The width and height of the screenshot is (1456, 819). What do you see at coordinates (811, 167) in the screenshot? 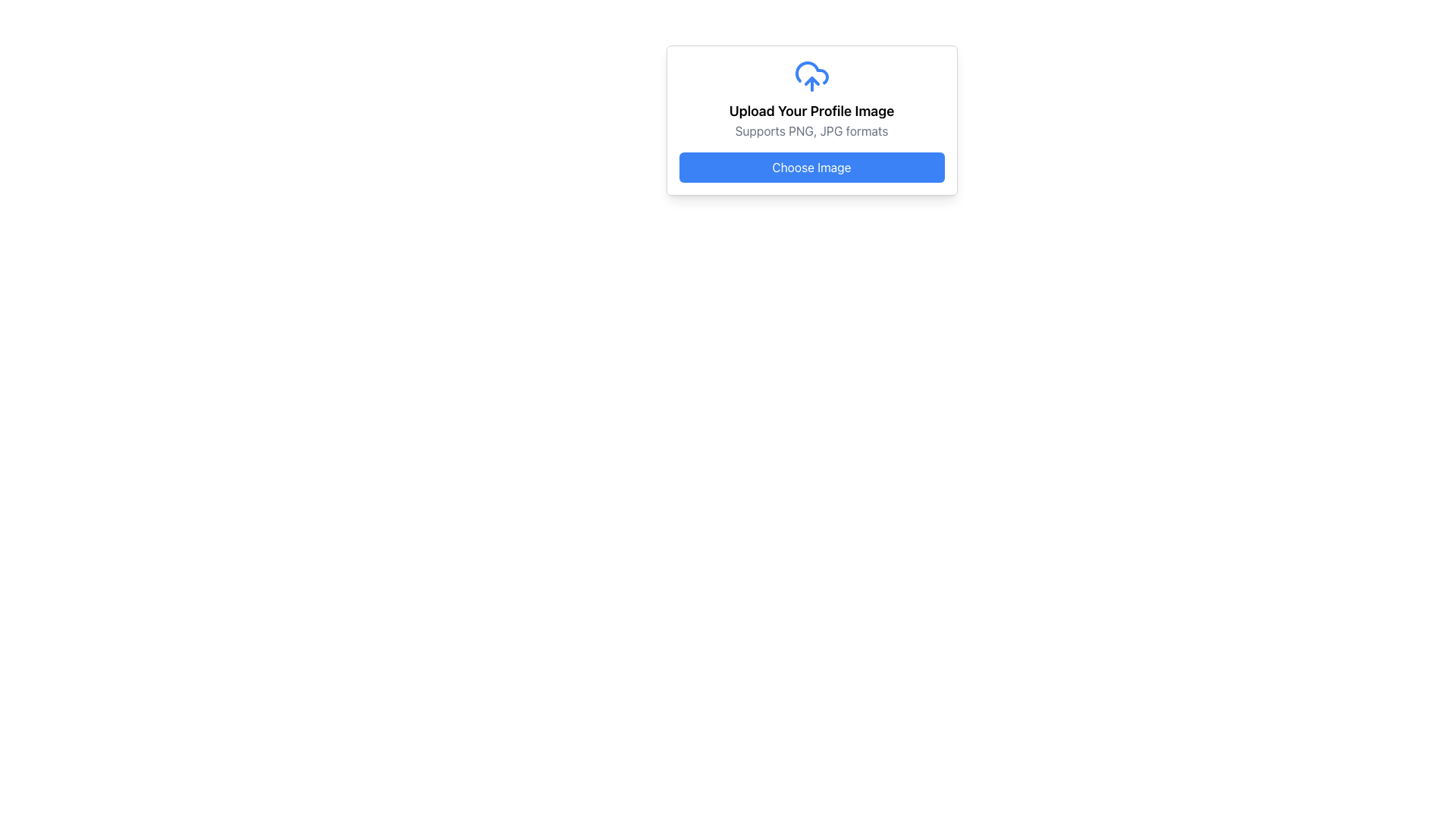
I see `the rectangular 'Choose Image' button with a blue background and white text` at bounding box center [811, 167].